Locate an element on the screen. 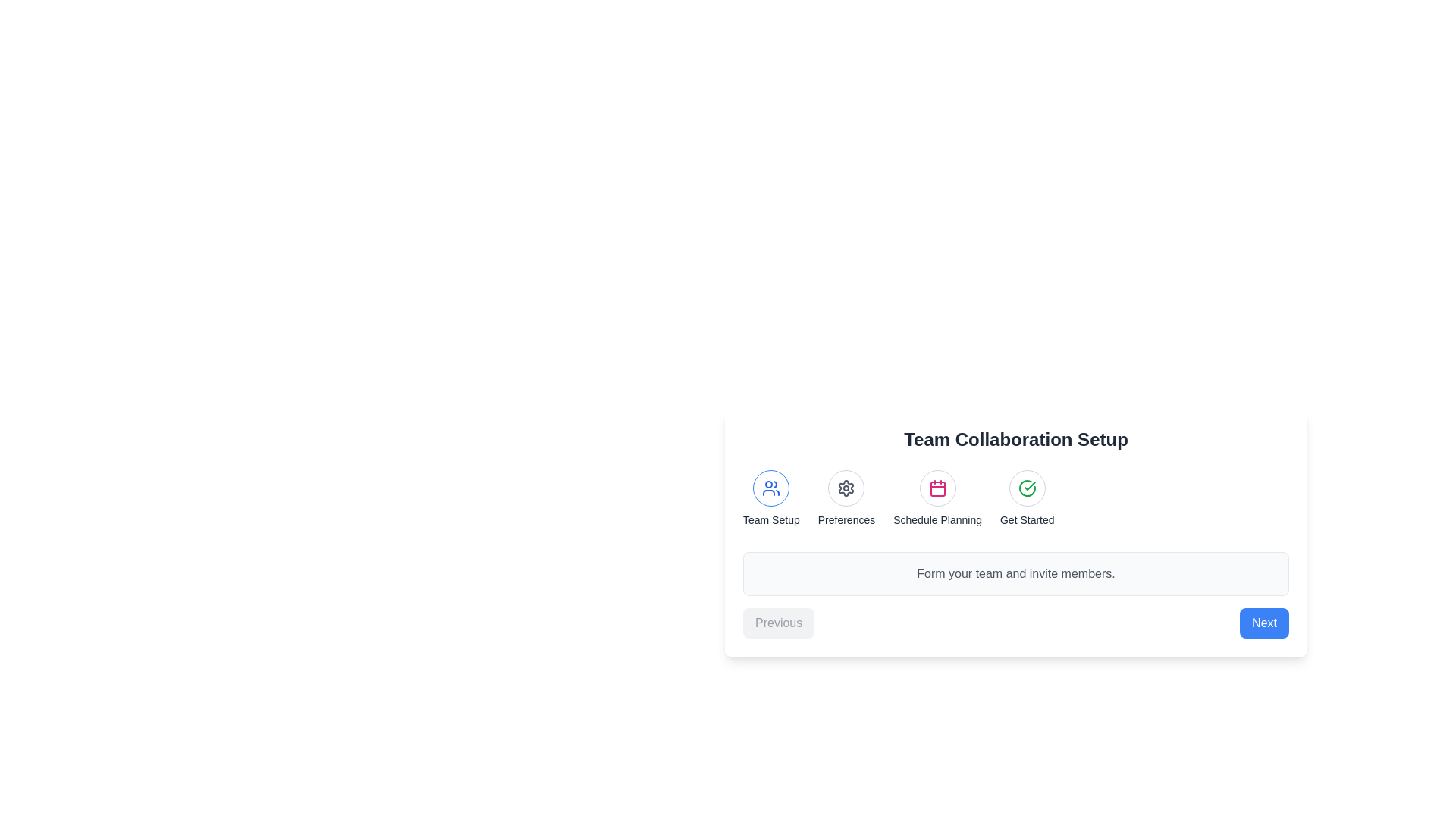 The image size is (1456, 819). the Get Started button is located at coordinates (1015, 532).